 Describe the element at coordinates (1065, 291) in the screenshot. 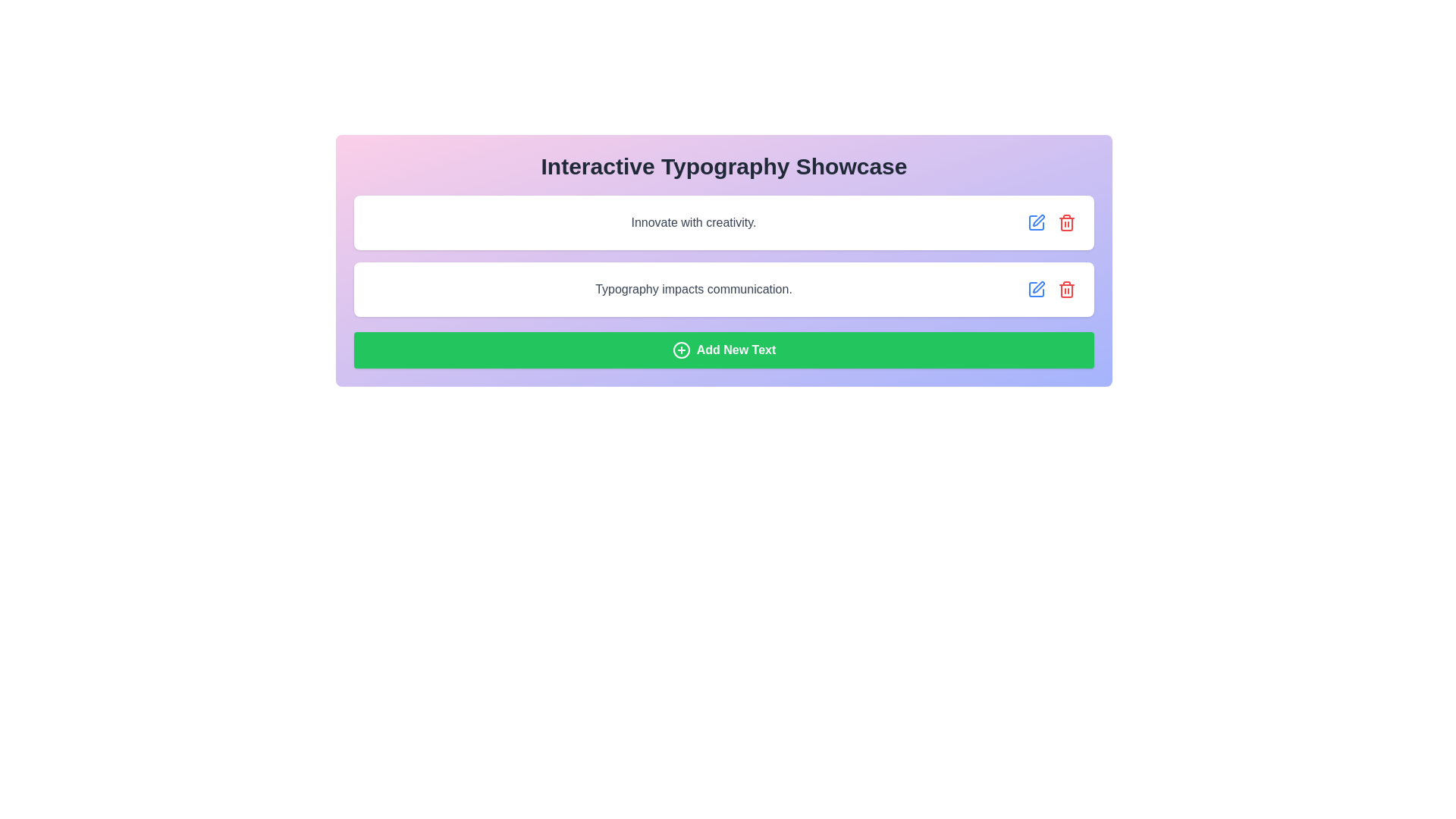

I see `the right side panel of the trash can icon` at that location.